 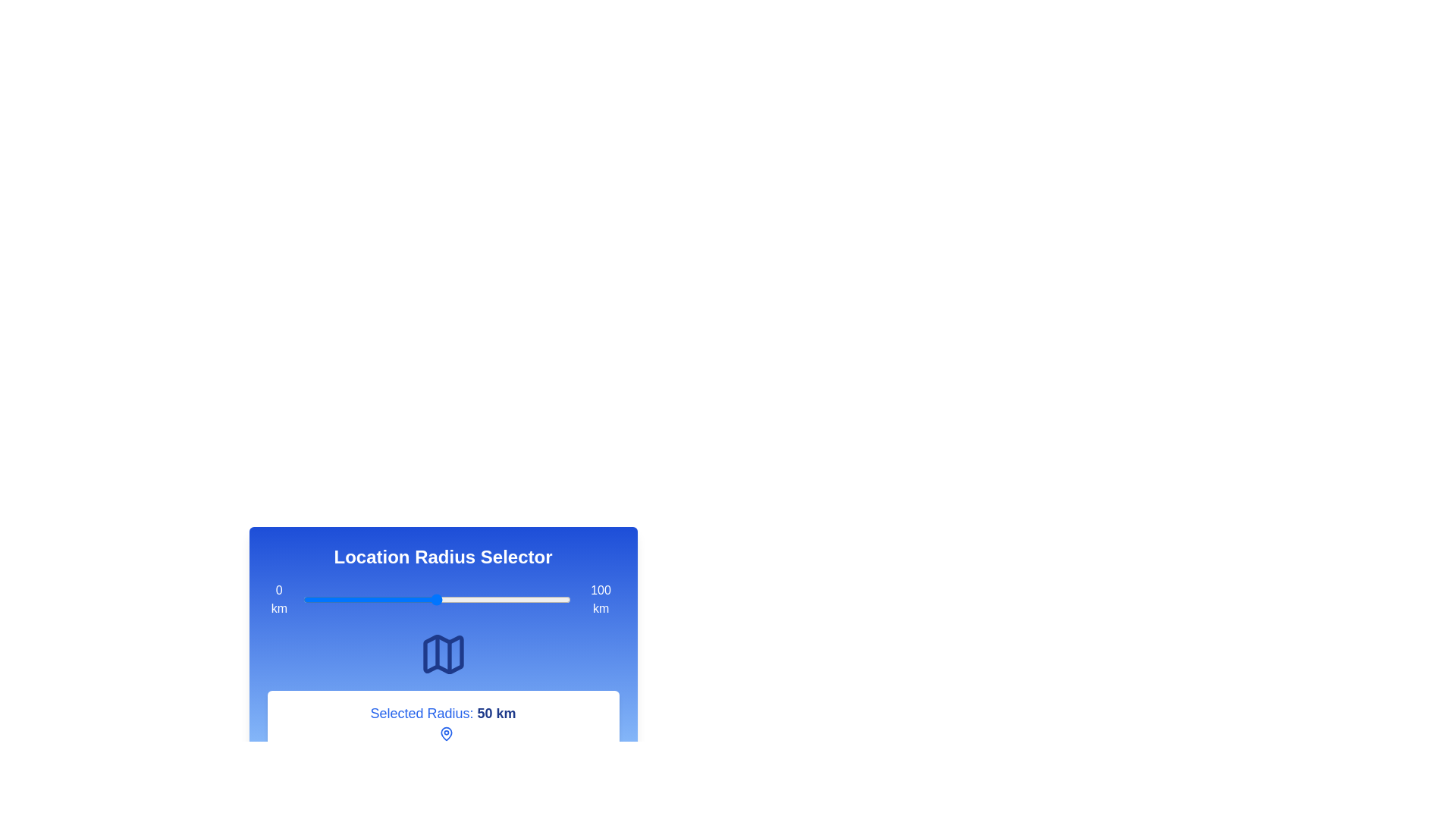 I want to click on the range slider to set the radius to 18 km, so click(x=350, y=598).